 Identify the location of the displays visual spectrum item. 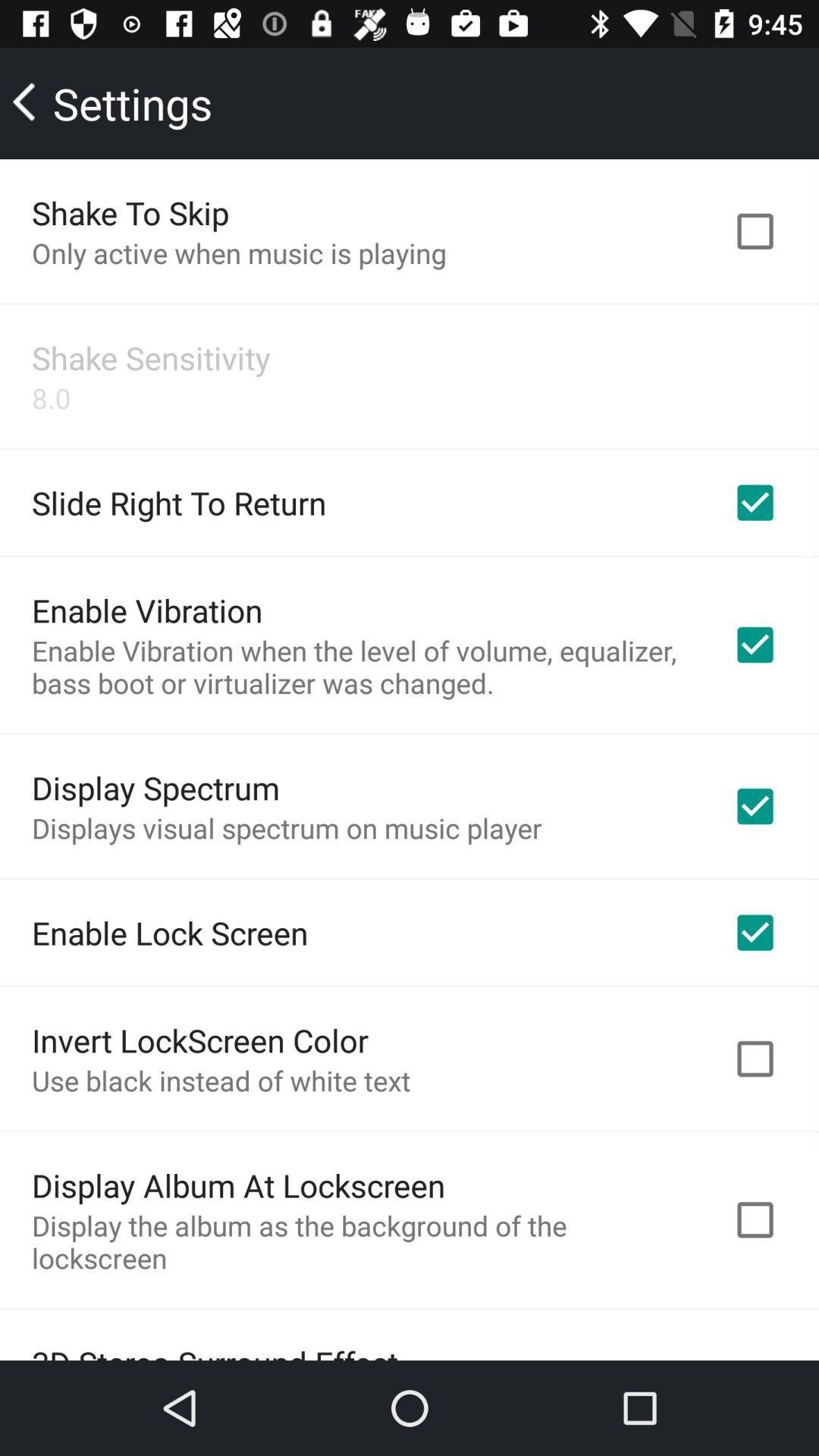
(287, 827).